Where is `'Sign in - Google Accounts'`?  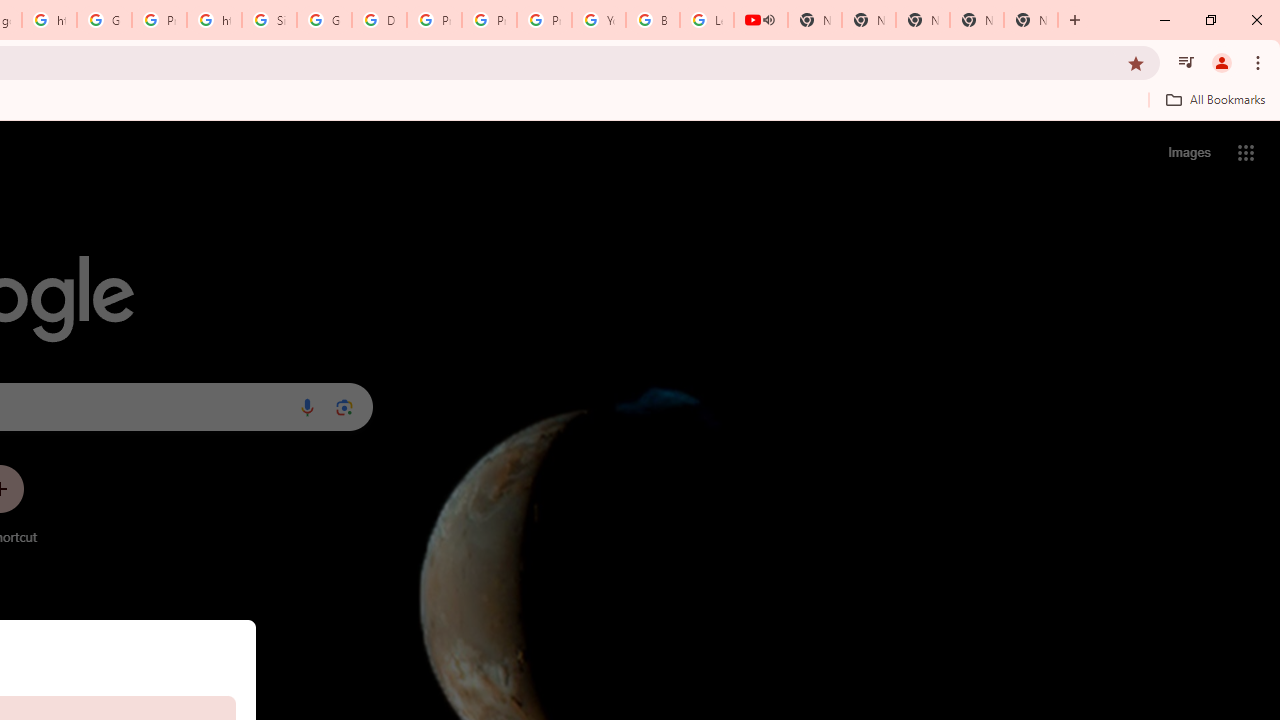 'Sign in - Google Accounts' is located at coordinates (268, 20).